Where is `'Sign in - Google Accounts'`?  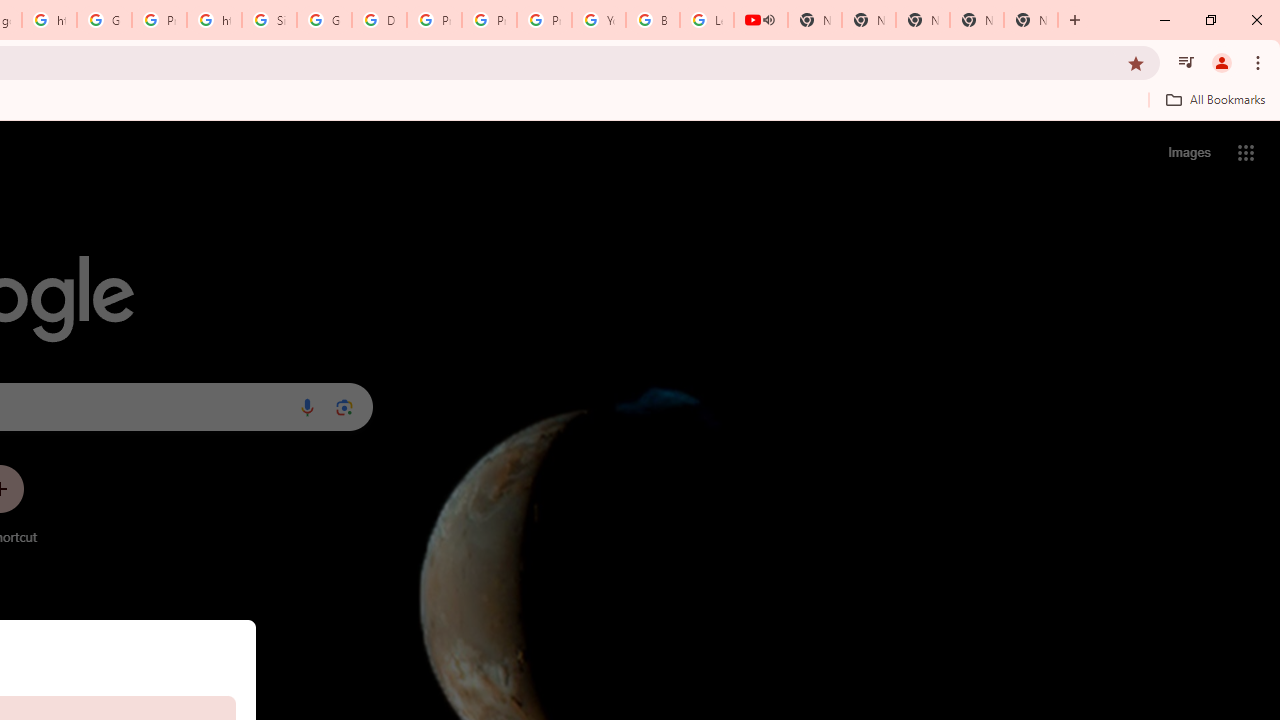 'Sign in - Google Accounts' is located at coordinates (268, 20).